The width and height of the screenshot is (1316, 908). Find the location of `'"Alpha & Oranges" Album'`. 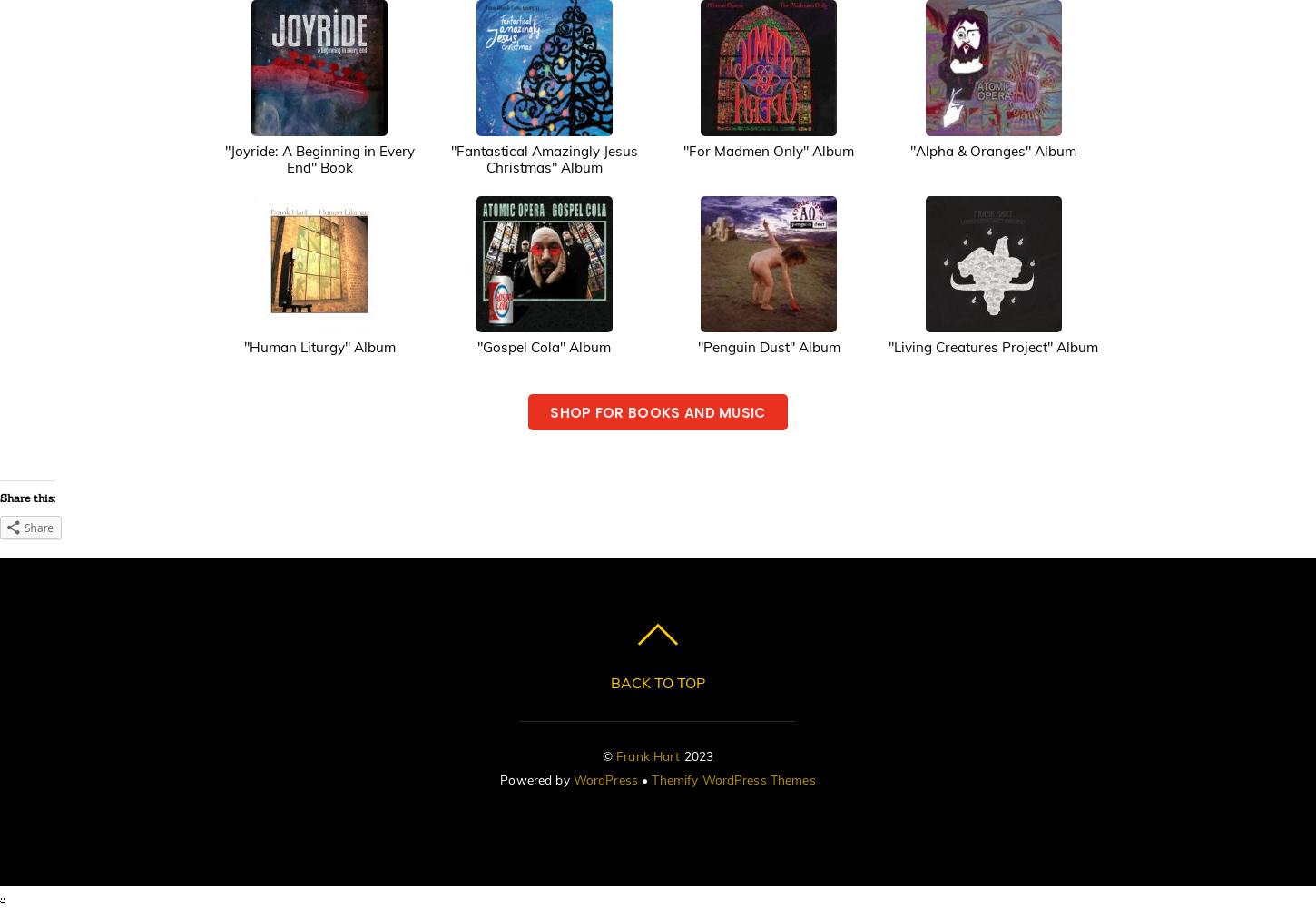

'"Alpha & Oranges" Album' is located at coordinates (992, 150).